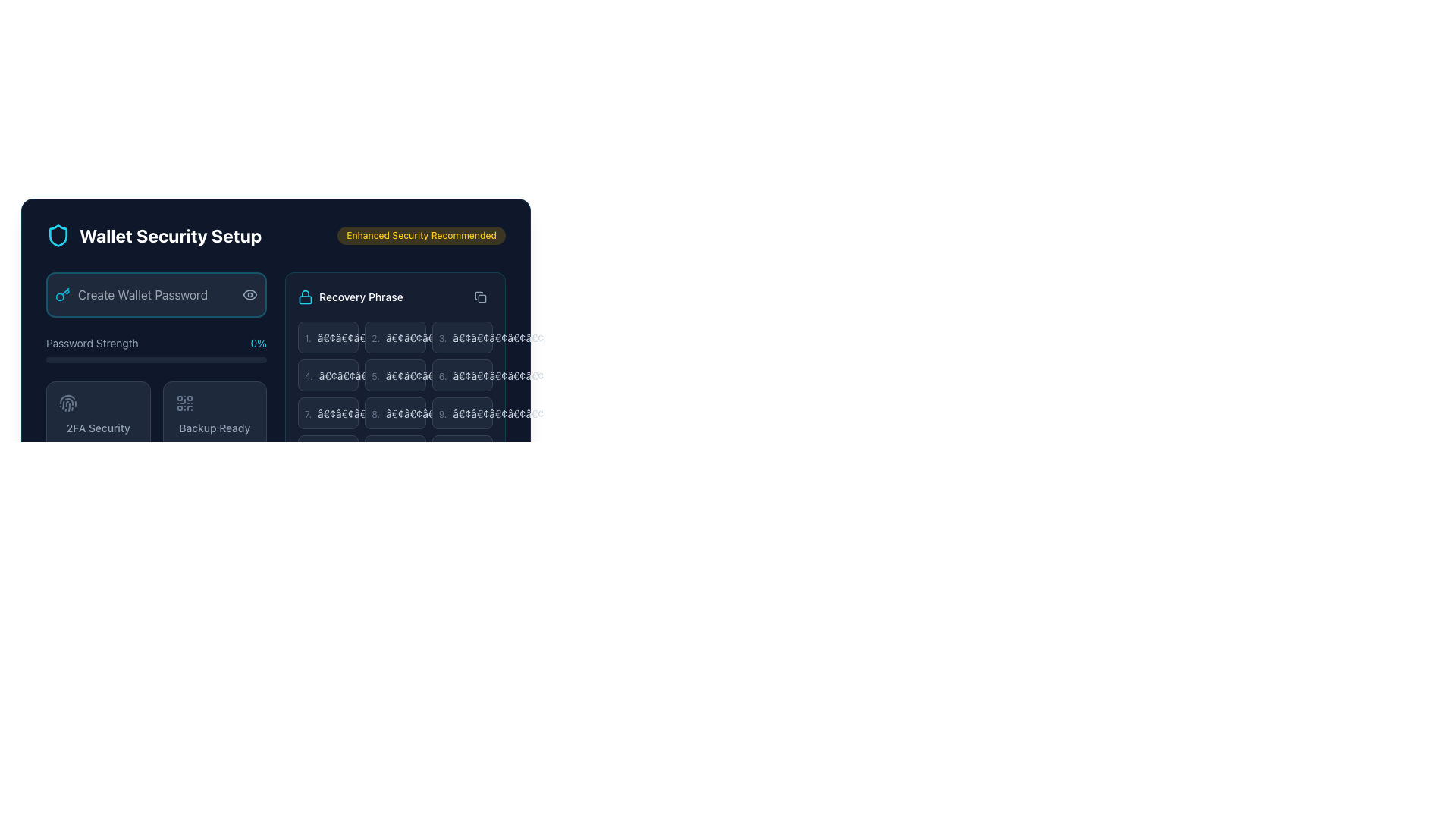 This screenshot has width=1456, height=819. I want to click on the key icon, which is styled in cyan and located within the 'Create Wallet Password' text input field in the 'Wallet Security Setup' interface, so click(58, 295).